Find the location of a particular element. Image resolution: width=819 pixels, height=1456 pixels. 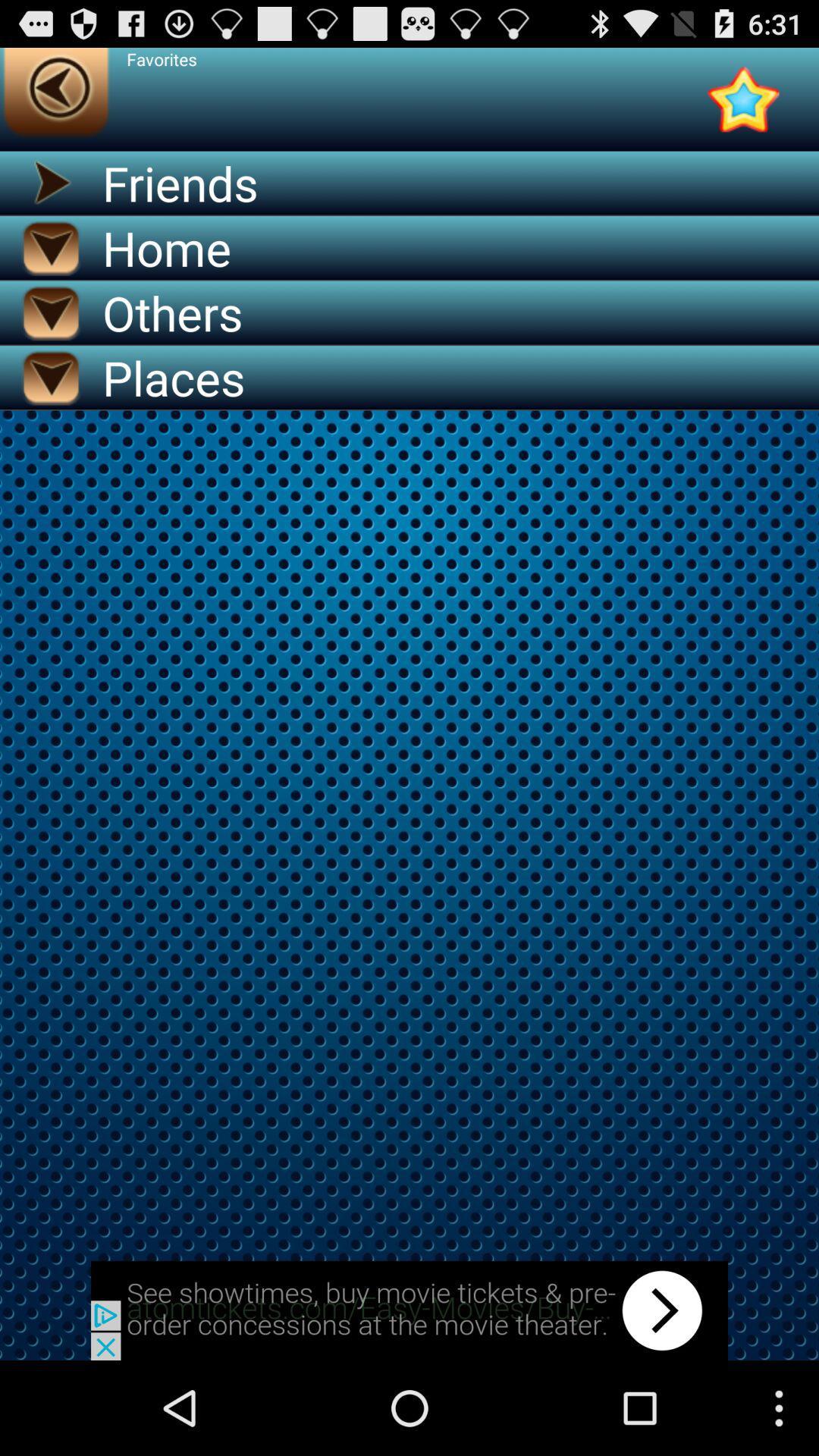

open advertisement is located at coordinates (409, 1310).